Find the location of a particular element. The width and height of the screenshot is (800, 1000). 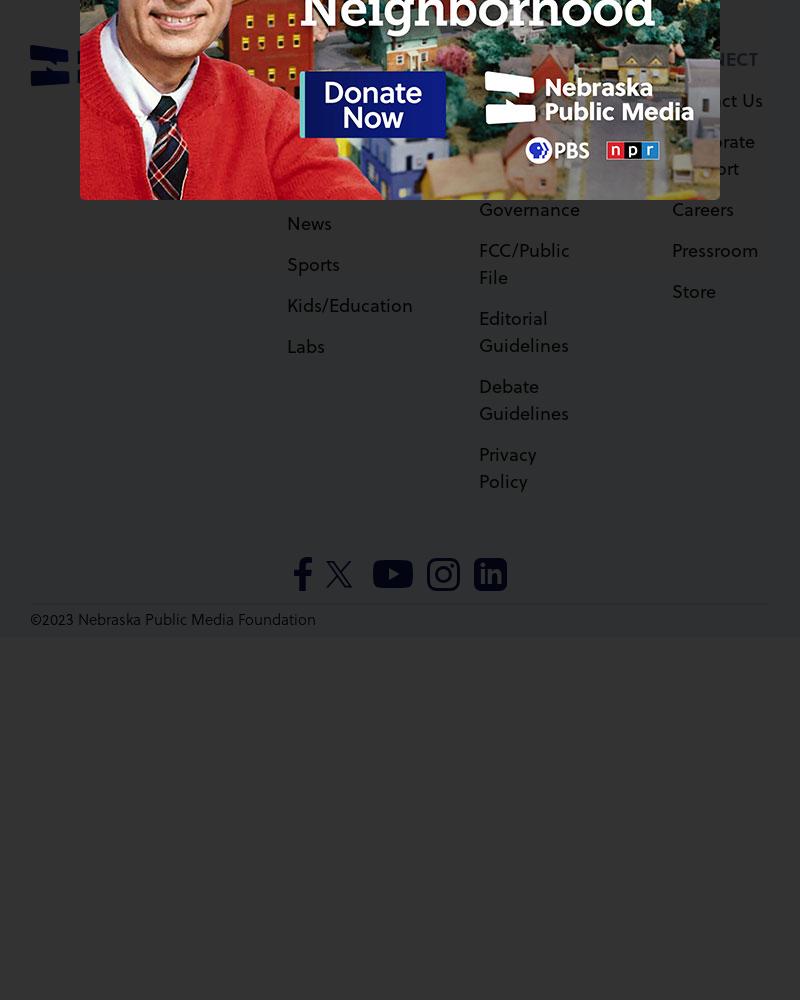

'News' is located at coordinates (307, 220).